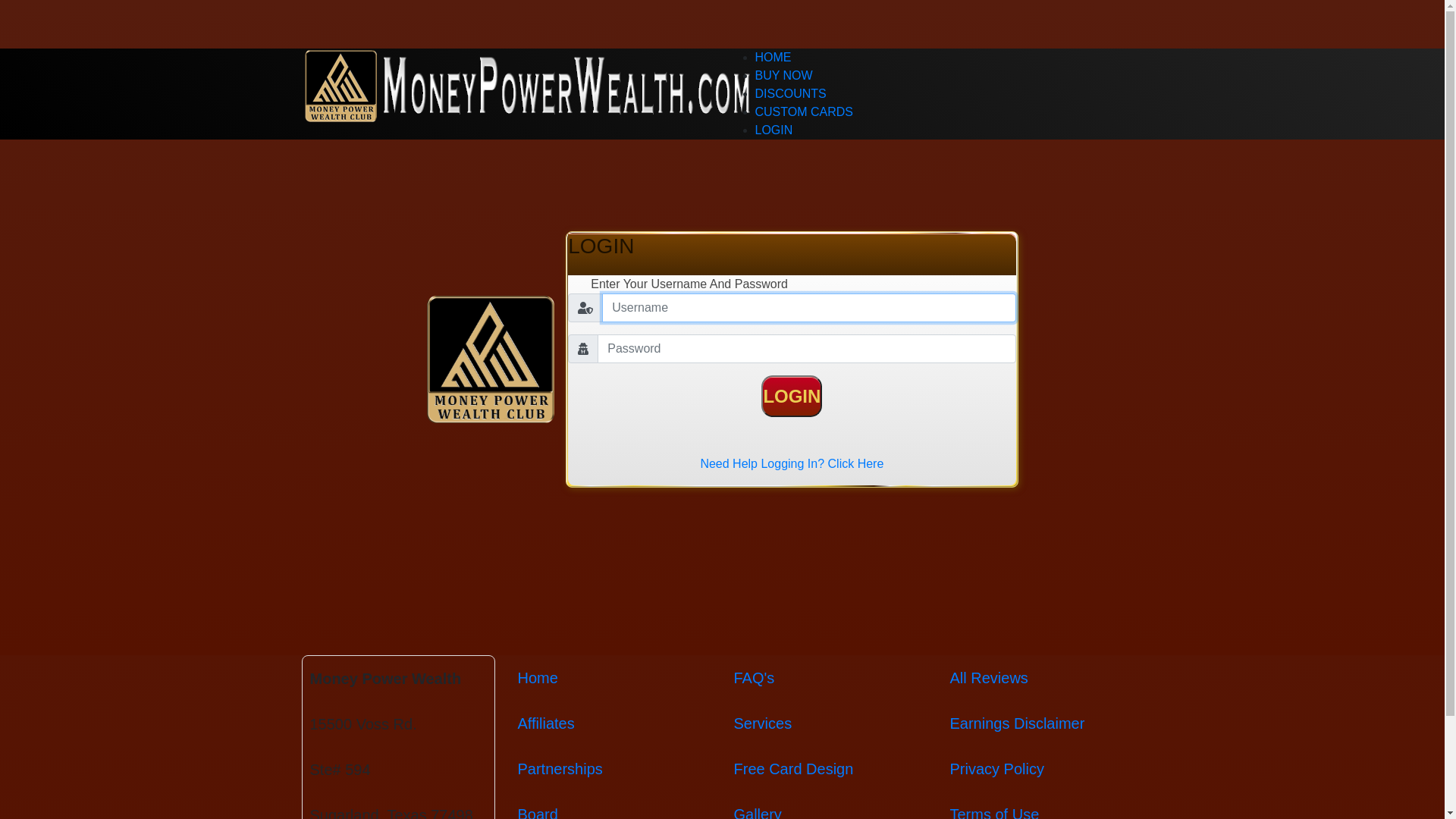 This screenshot has width=1456, height=819. I want to click on 'Services', so click(763, 722).